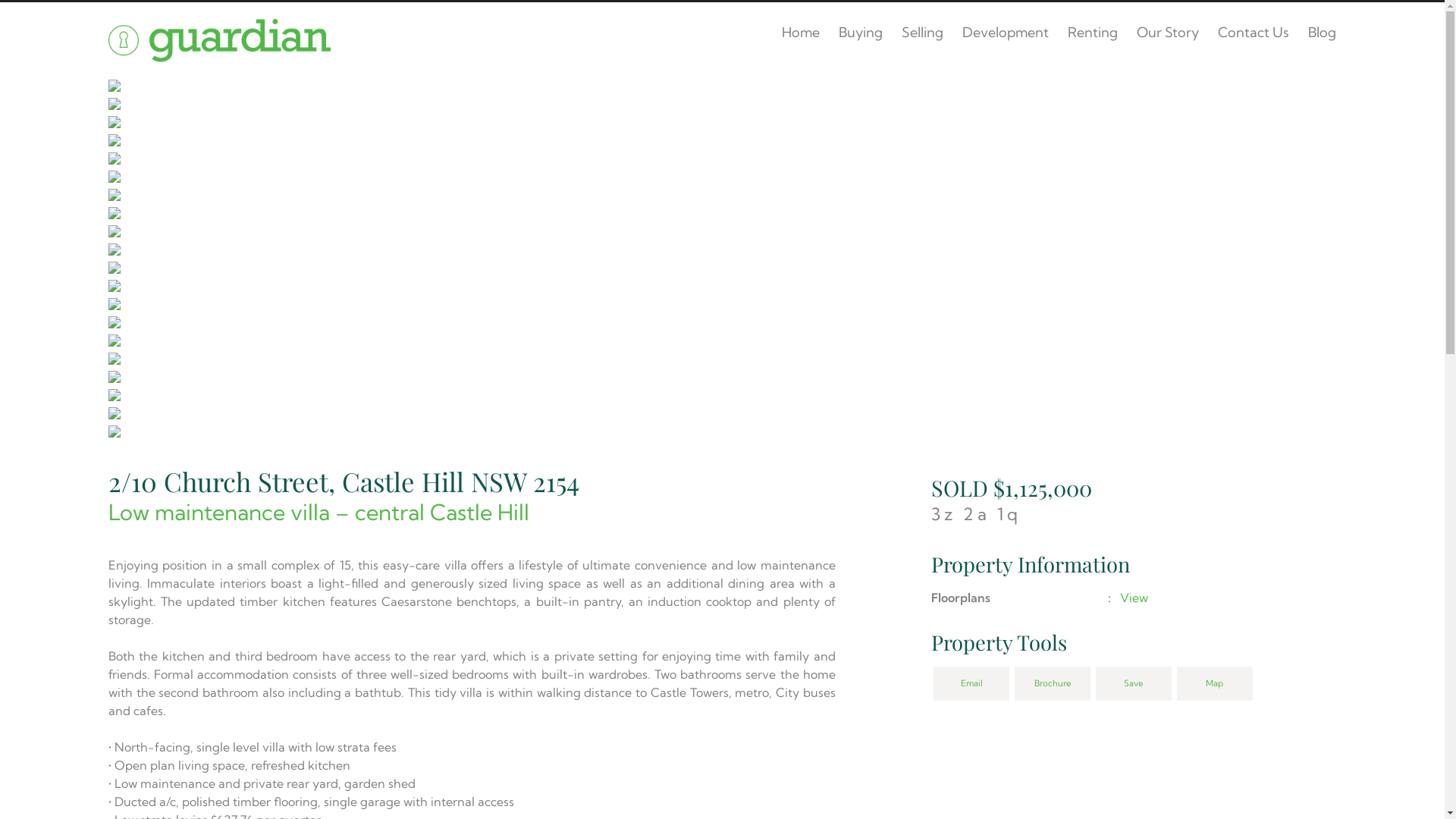 This screenshot has width=1456, height=819. What do you see at coordinates (932, 683) in the screenshot?
I see `'Email'` at bounding box center [932, 683].